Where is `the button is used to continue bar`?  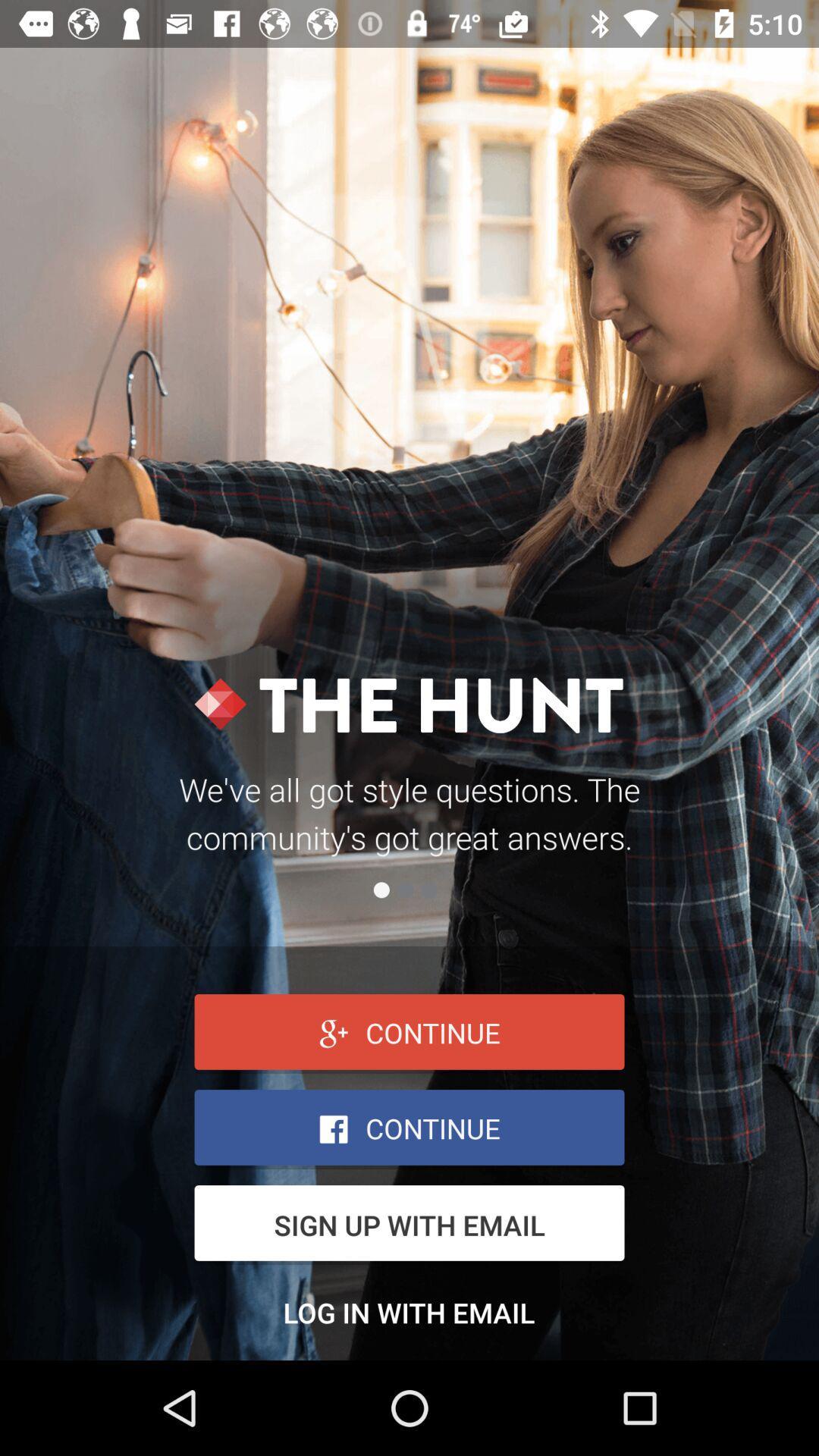 the button is used to continue bar is located at coordinates (409, 1129).